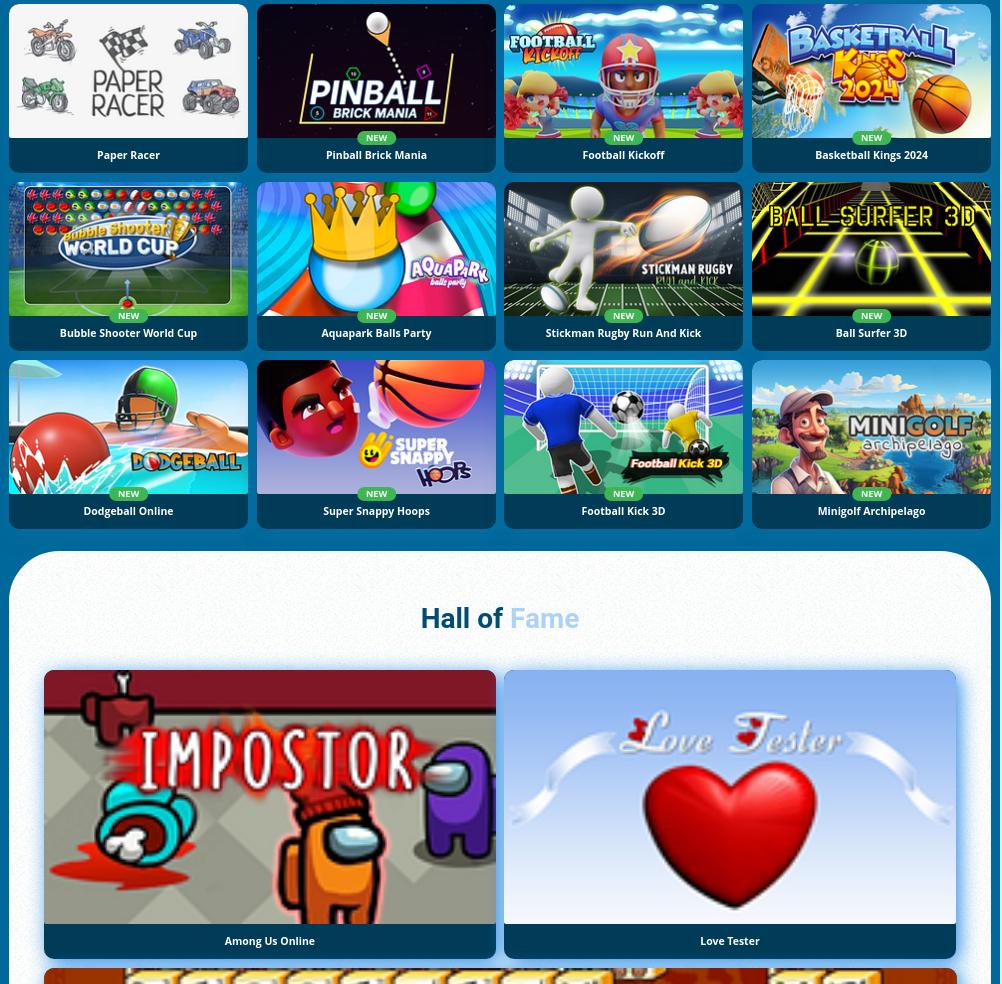 The width and height of the screenshot is (1002, 984). Describe the element at coordinates (464, 618) in the screenshot. I see `'Hall of'` at that location.